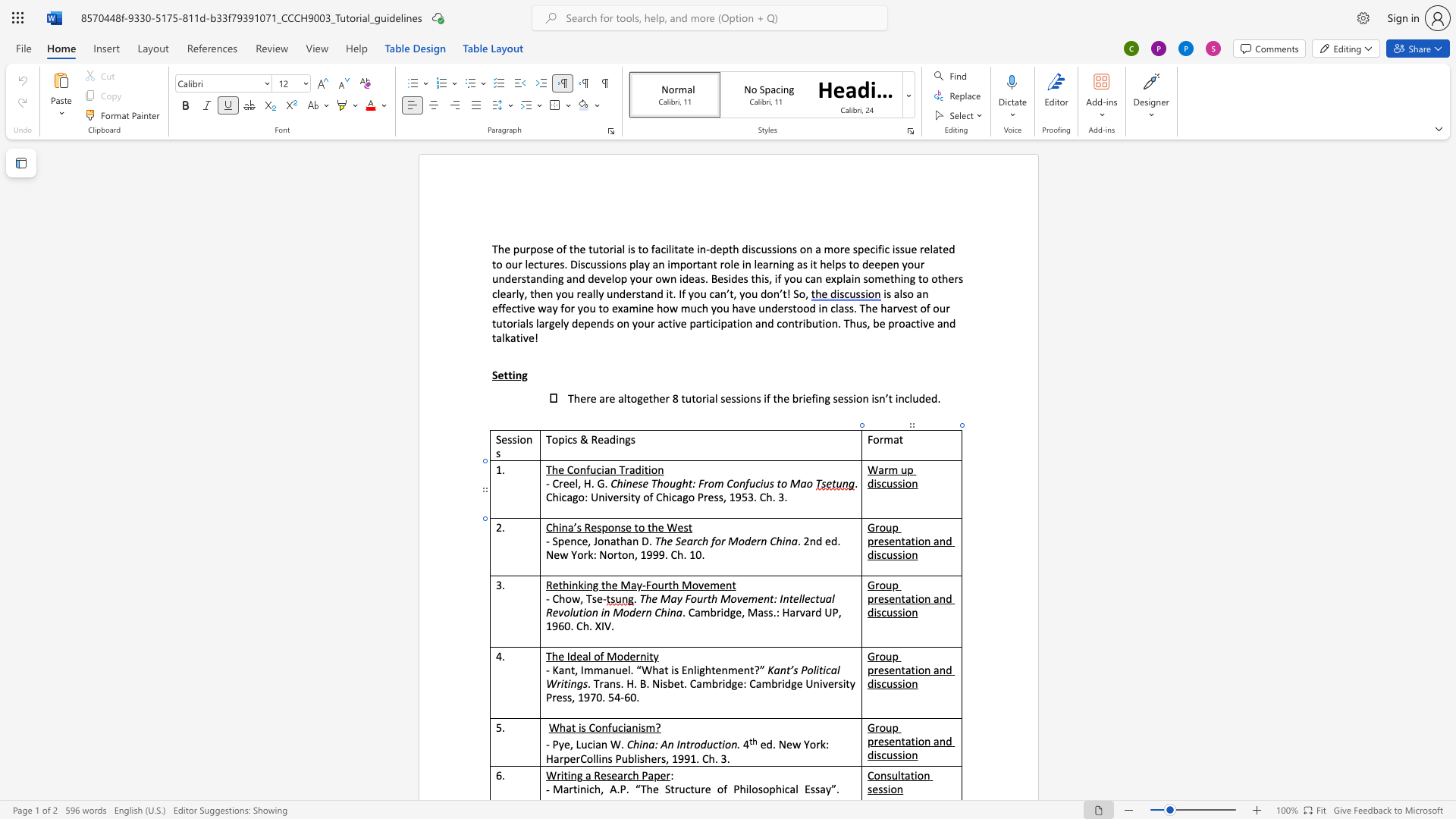  I want to click on the space between the continuous character "a" and "’" in the text, so click(572, 526).